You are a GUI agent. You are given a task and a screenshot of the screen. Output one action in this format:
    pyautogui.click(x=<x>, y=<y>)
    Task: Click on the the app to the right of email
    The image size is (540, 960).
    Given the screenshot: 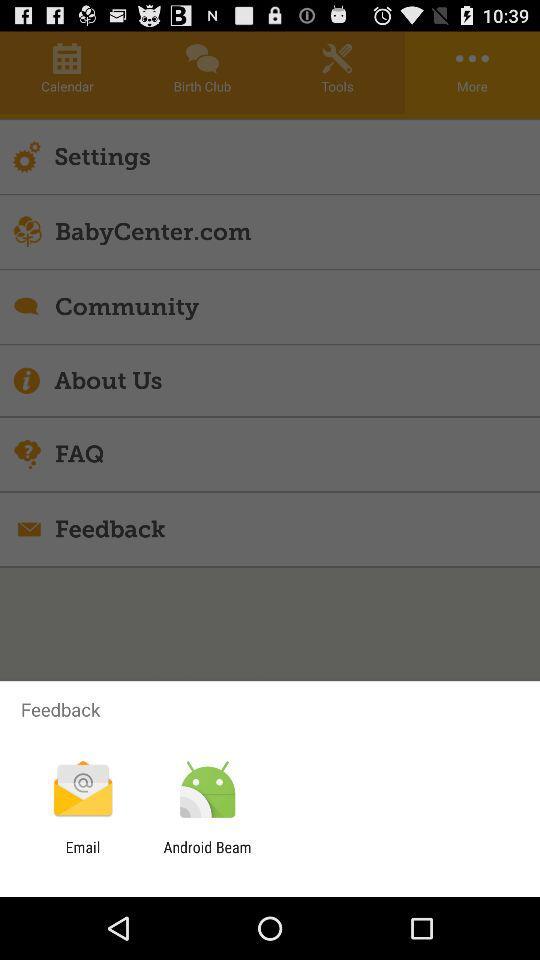 What is the action you would take?
    pyautogui.click(x=206, y=855)
    